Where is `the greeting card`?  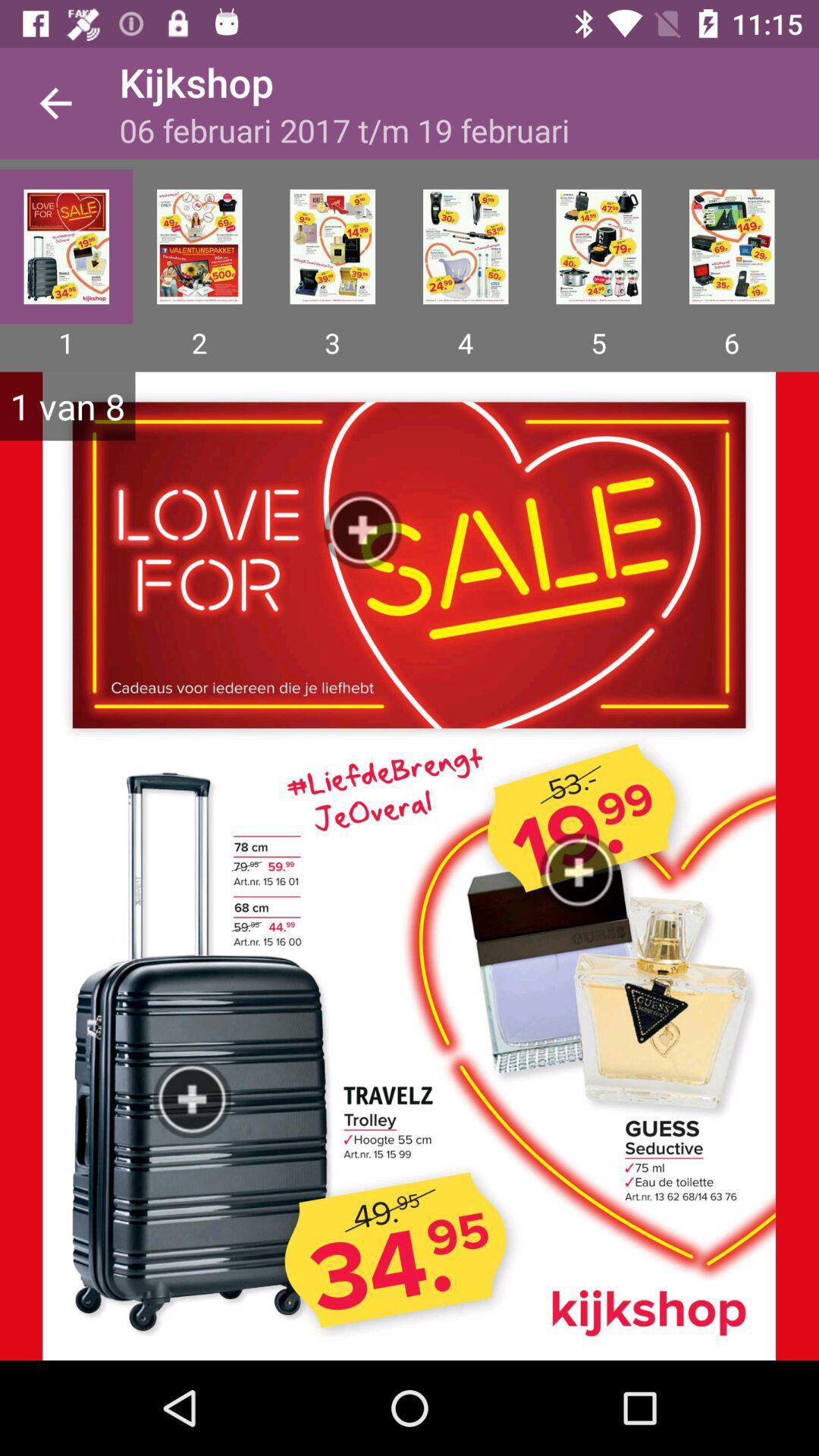
the greeting card is located at coordinates (465, 246).